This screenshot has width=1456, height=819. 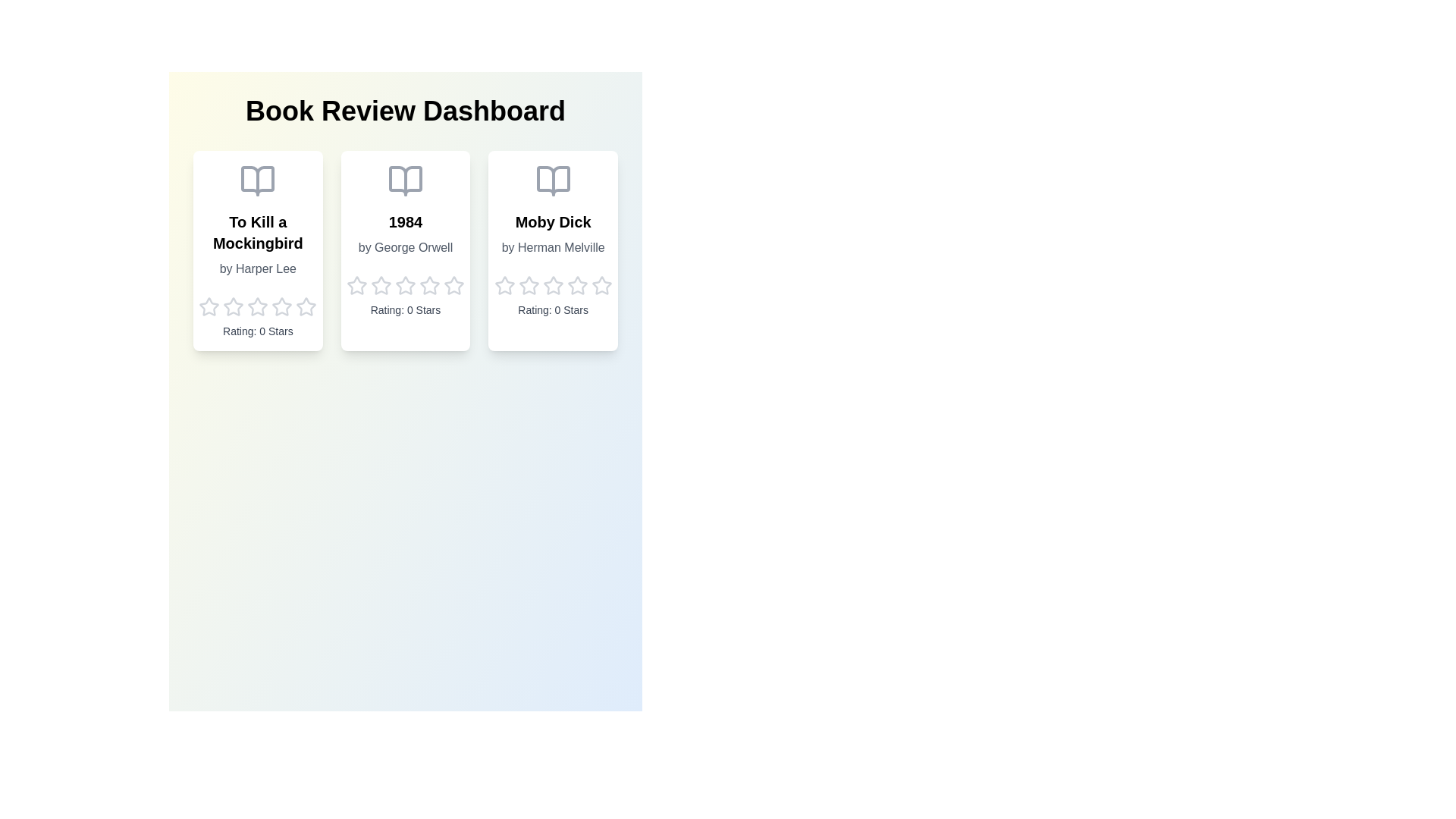 I want to click on the star icon corresponding to the rating 5 for the book 2, so click(x=453, y=286).